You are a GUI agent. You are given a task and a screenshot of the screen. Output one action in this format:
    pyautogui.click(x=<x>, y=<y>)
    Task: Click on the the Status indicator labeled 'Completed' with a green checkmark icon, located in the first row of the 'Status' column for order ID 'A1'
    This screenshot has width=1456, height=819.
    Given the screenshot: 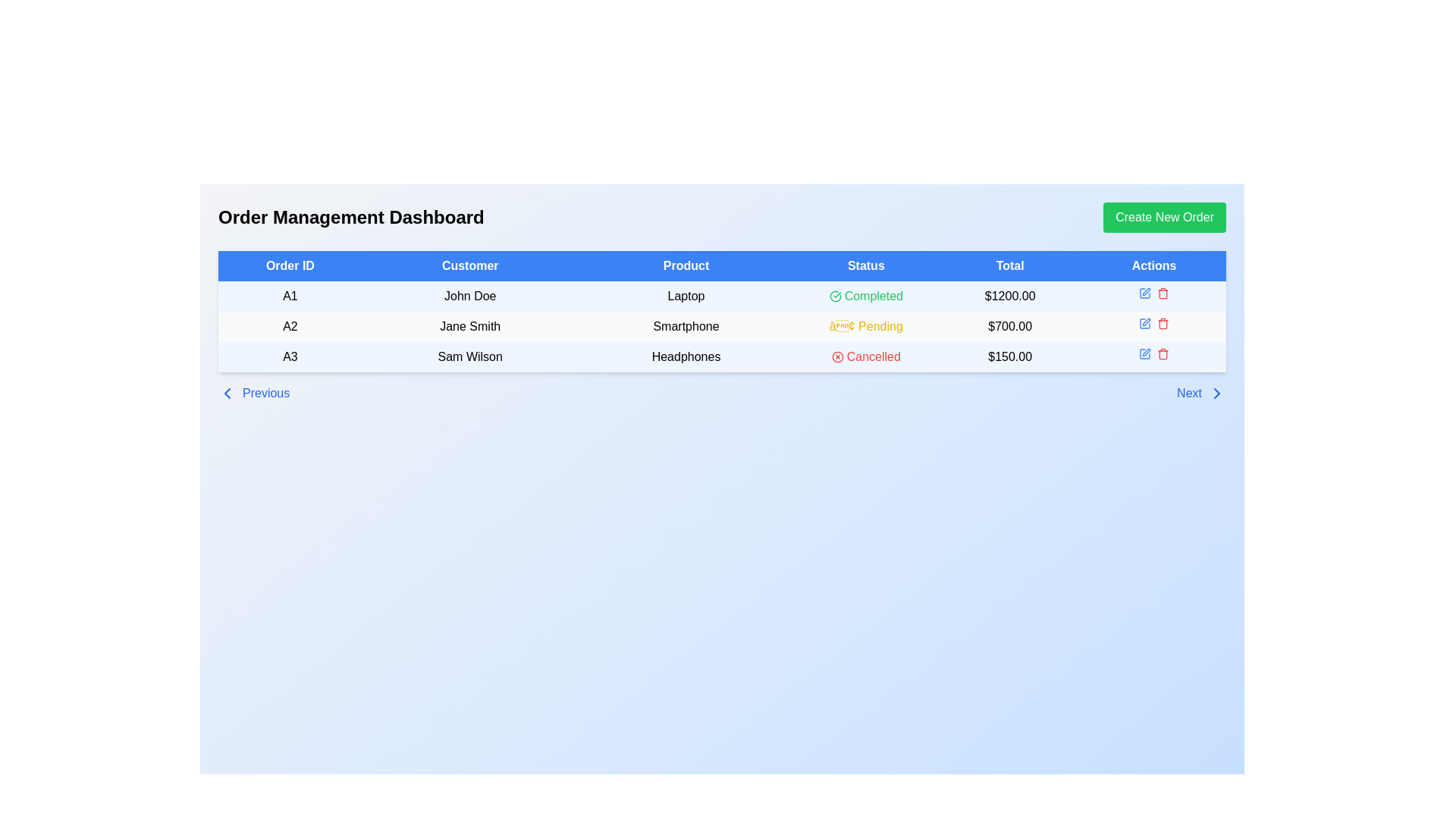 What is the action you would take?
    pyautogui.click(x=866, y=296)
    